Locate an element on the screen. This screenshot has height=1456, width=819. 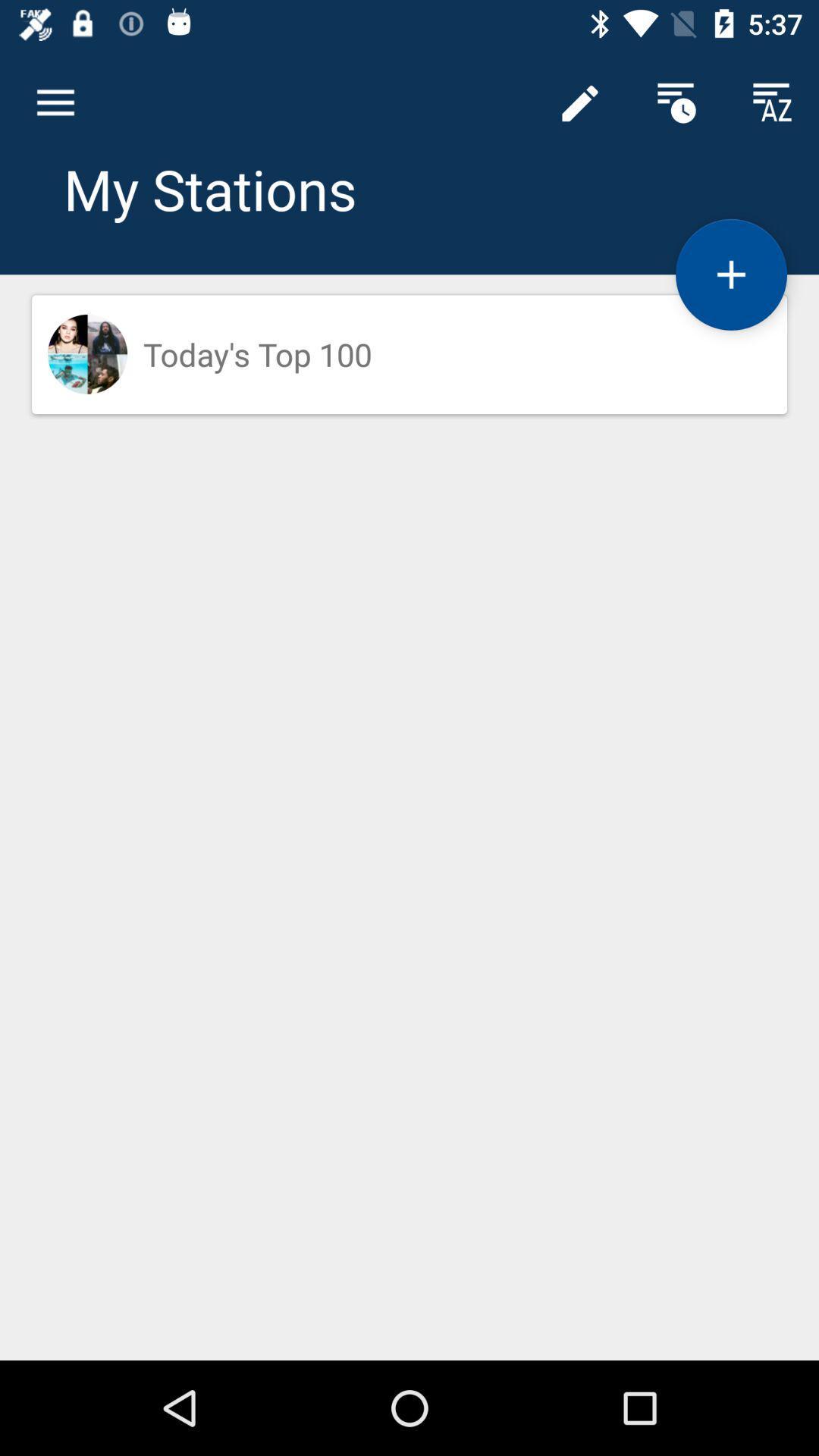
item above the today s top icon is located at coordinates (730, 275).